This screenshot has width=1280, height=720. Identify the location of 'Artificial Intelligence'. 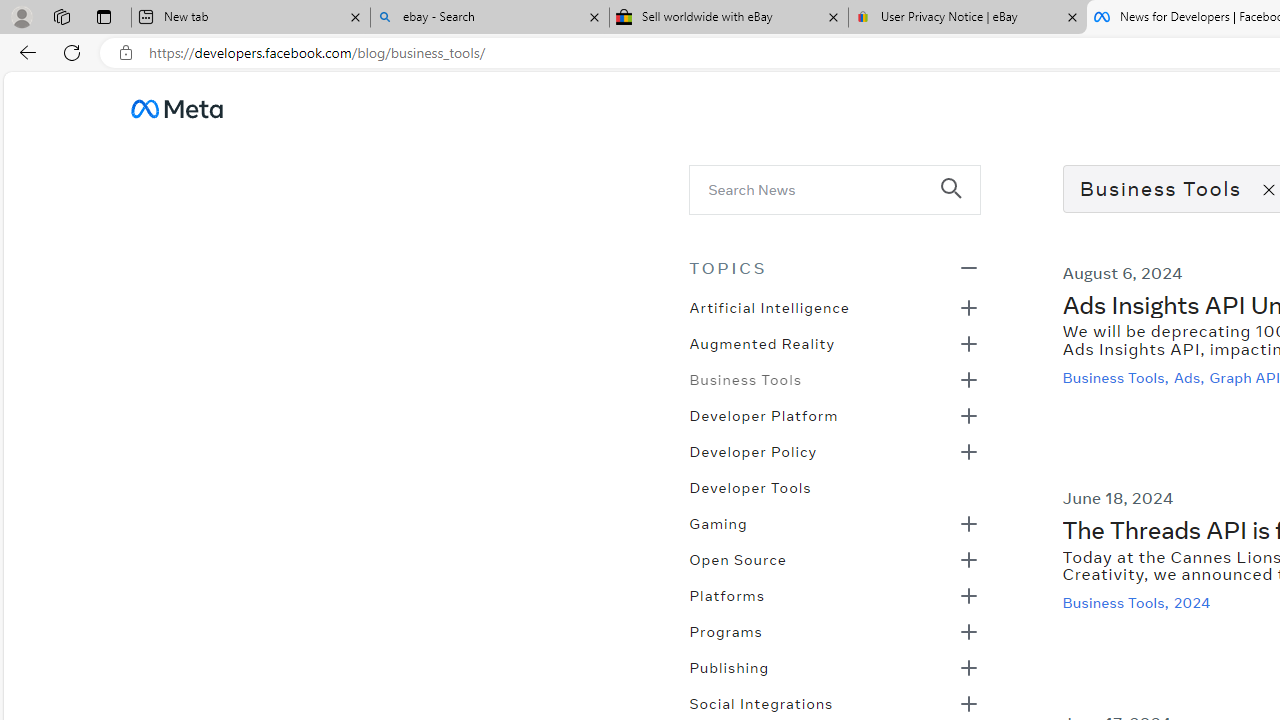
(768, 306).